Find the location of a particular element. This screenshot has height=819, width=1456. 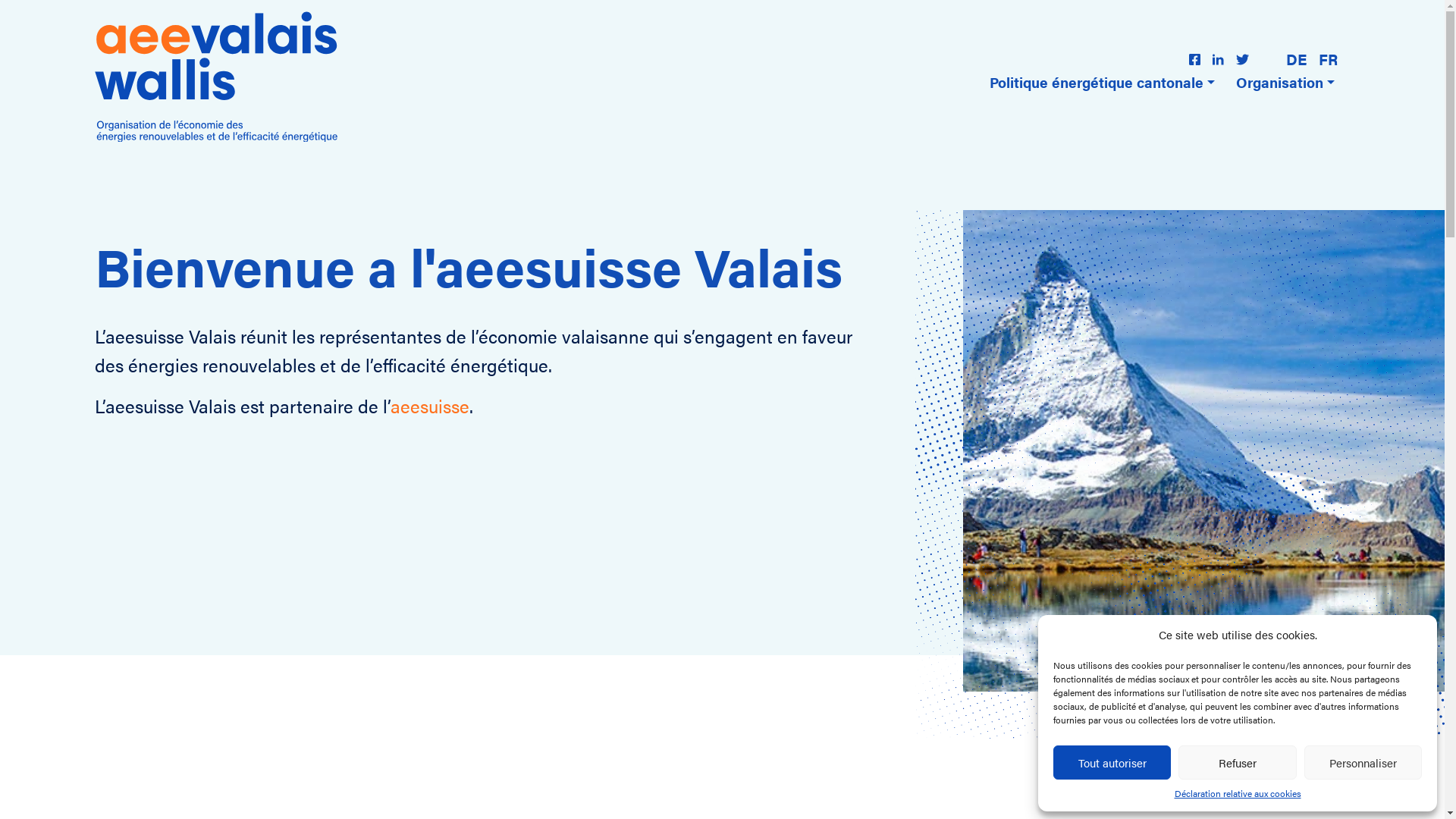

'aeesuisse' is located at coordinates (428, 405).